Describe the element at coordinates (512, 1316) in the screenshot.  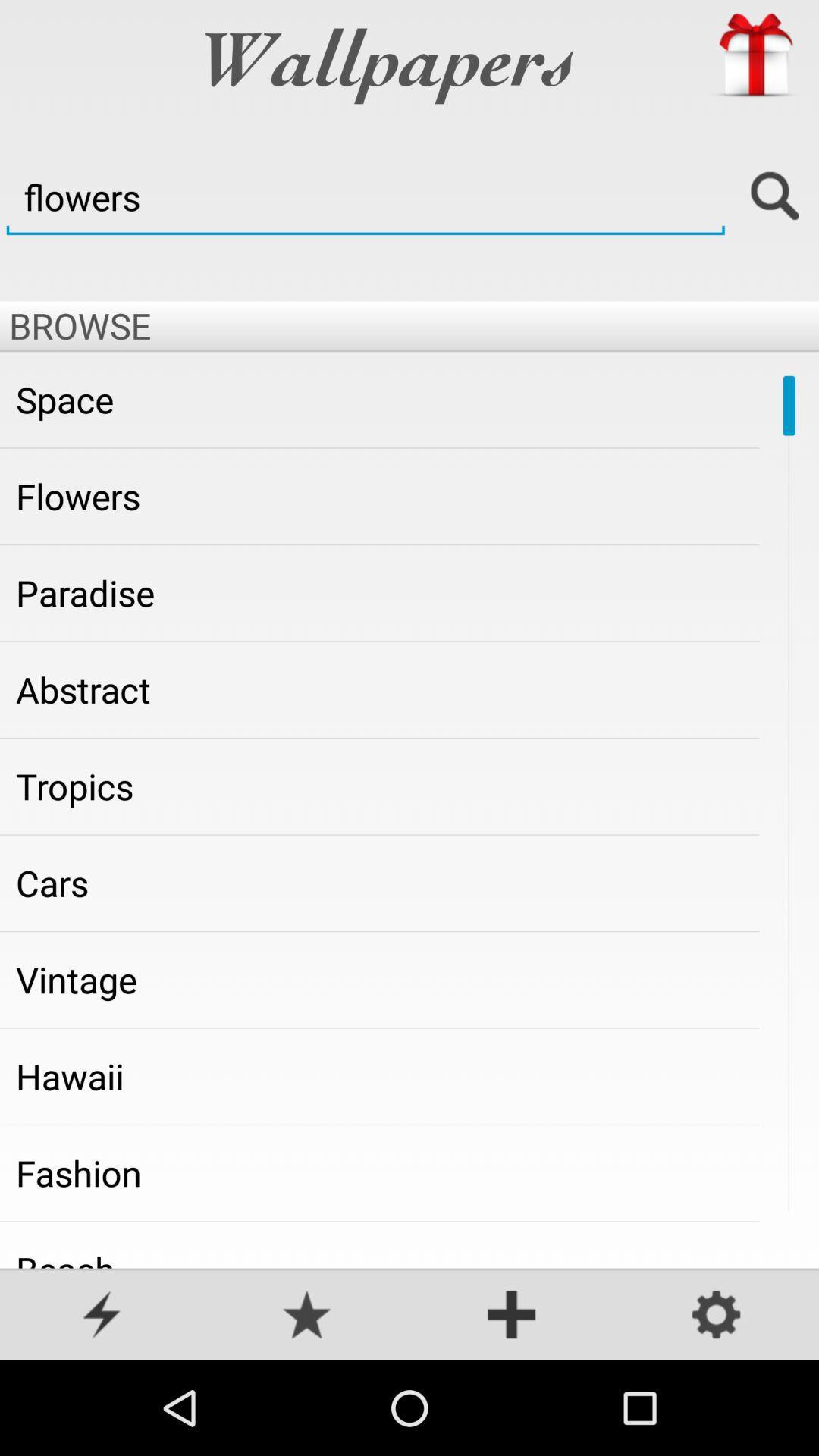
I see `see more options` at that location.